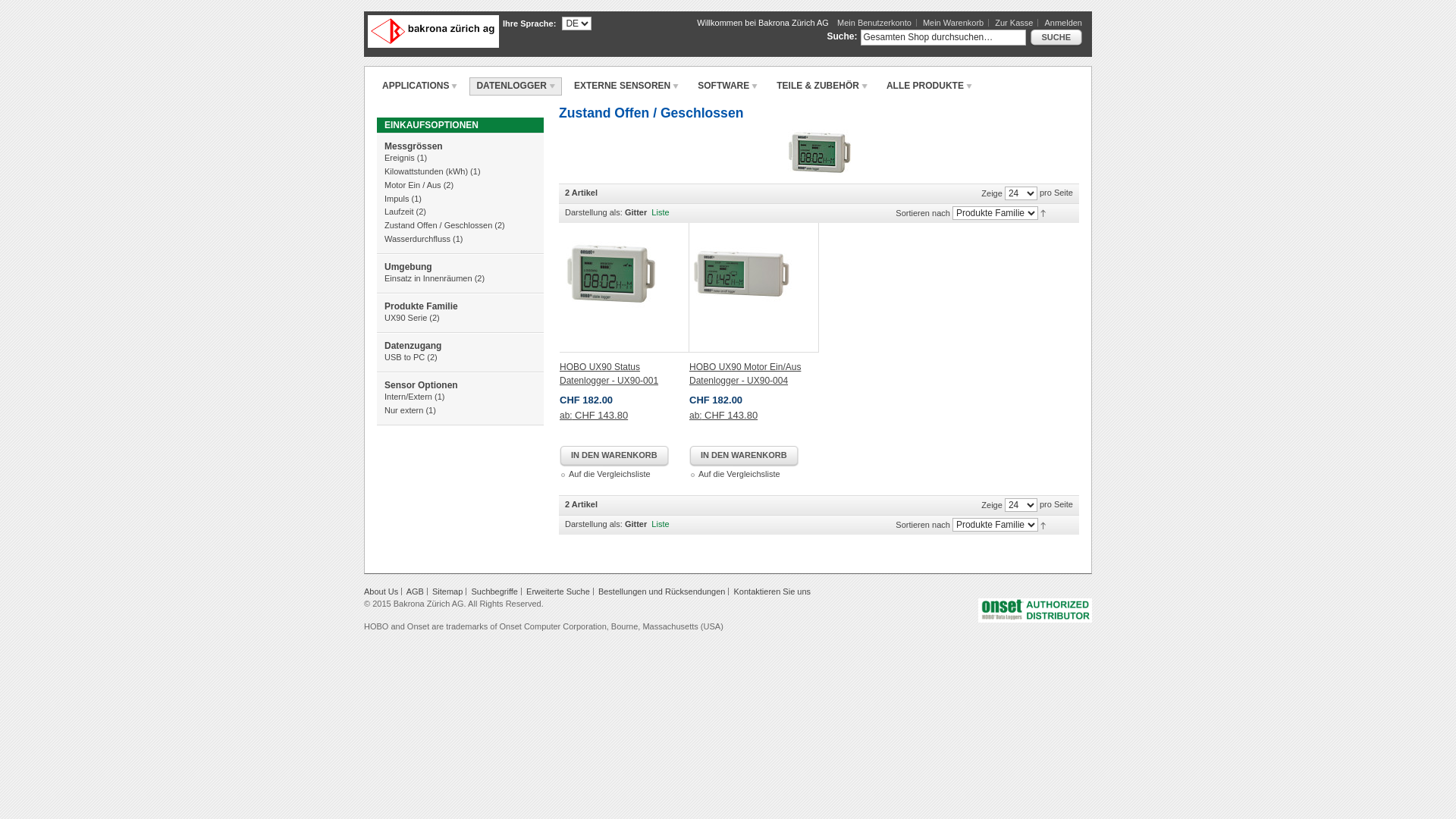 Image resolution: width=1456 pixels, height=819 pixels. Describe the element at coordinates (515, 86) in the screenshot. I see `'DATENLOGGER'` at that location.